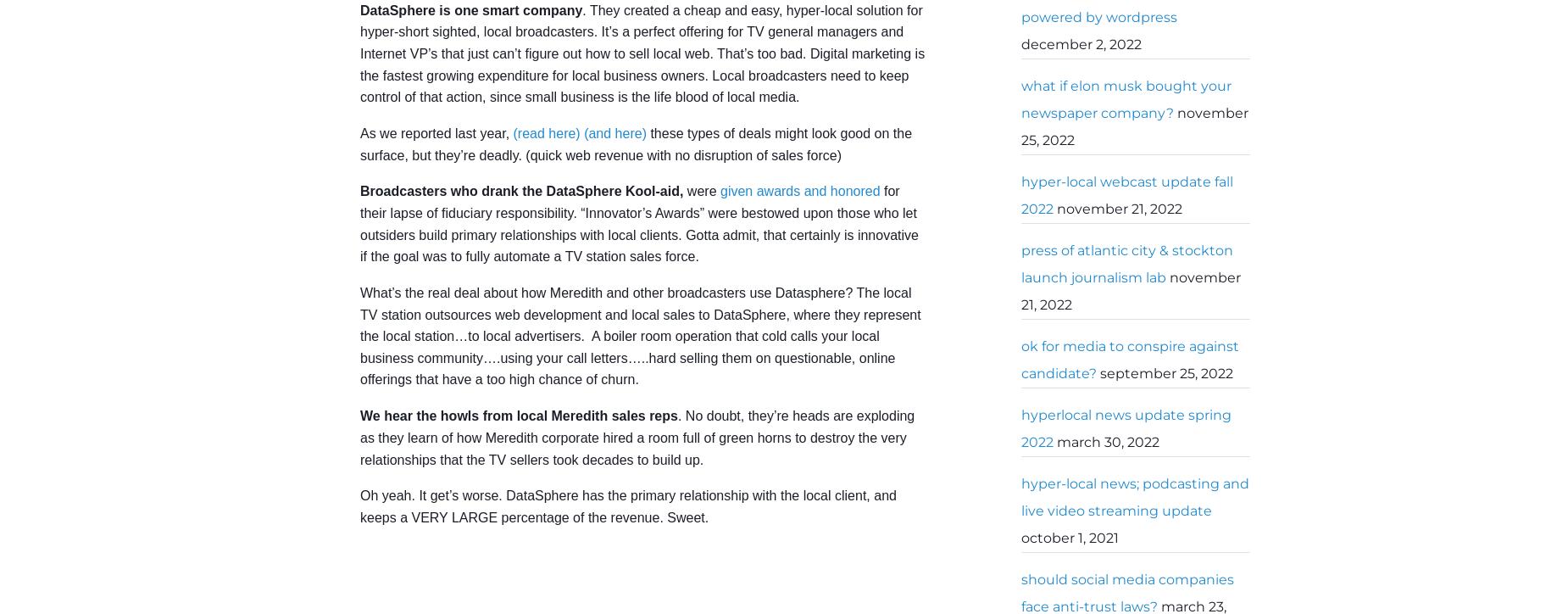 The height and width of the screenshot is (614, 1568). I want to click on '(and here)', so click(614, 131).